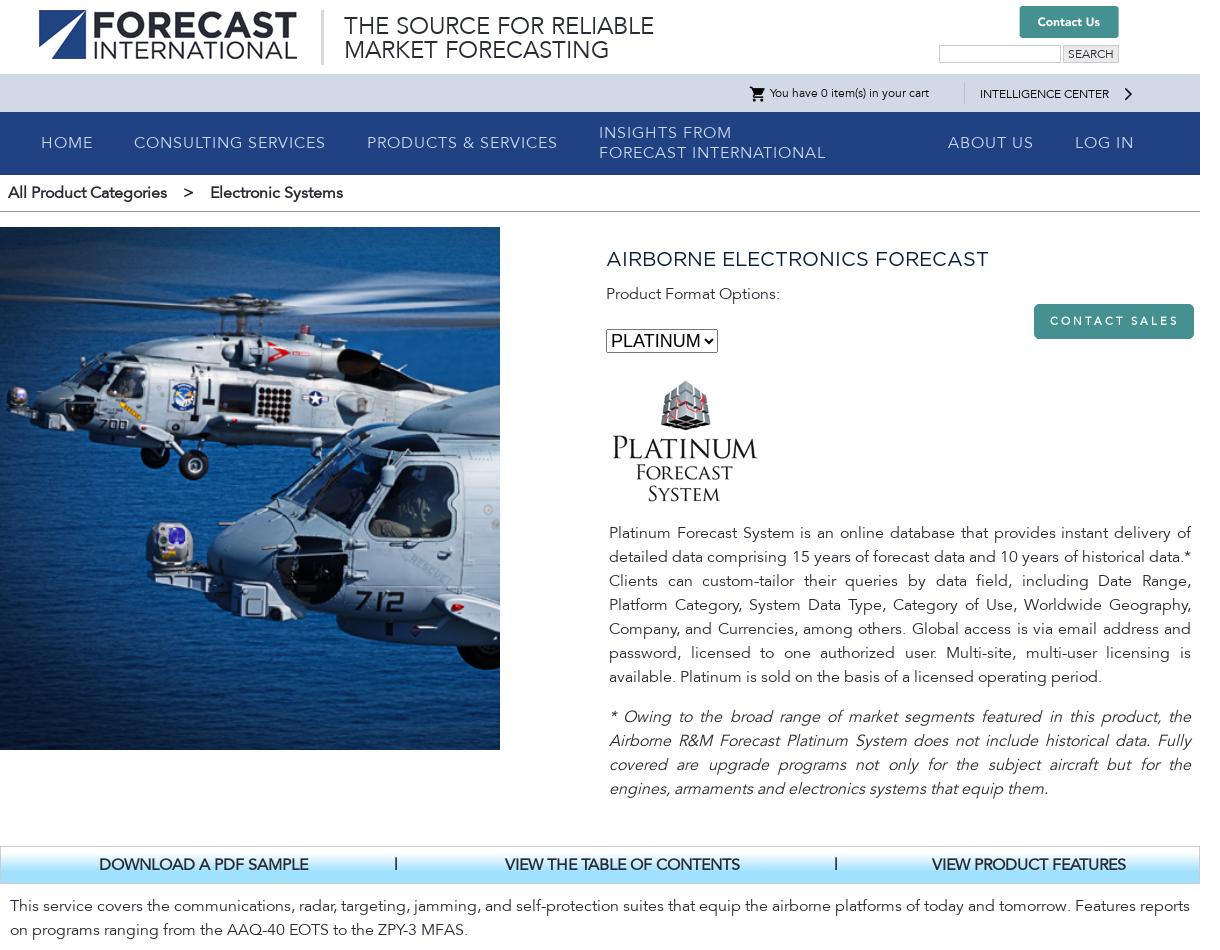  Describe the element at coordinates (52, 472) in the screenshot. I see `'Your private'` at that location.